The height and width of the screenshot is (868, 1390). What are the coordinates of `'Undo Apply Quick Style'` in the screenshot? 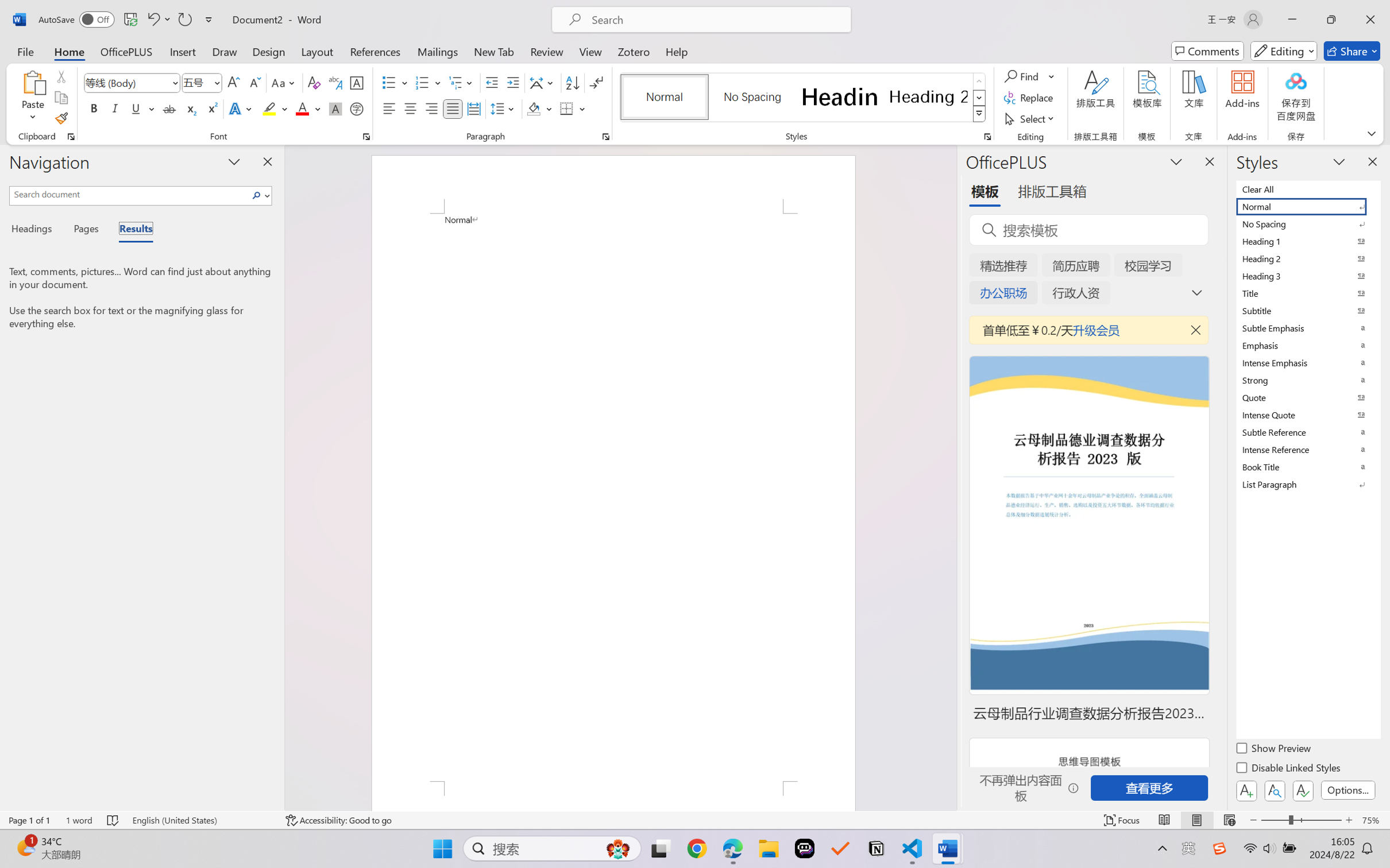 It's located at (152, 19).